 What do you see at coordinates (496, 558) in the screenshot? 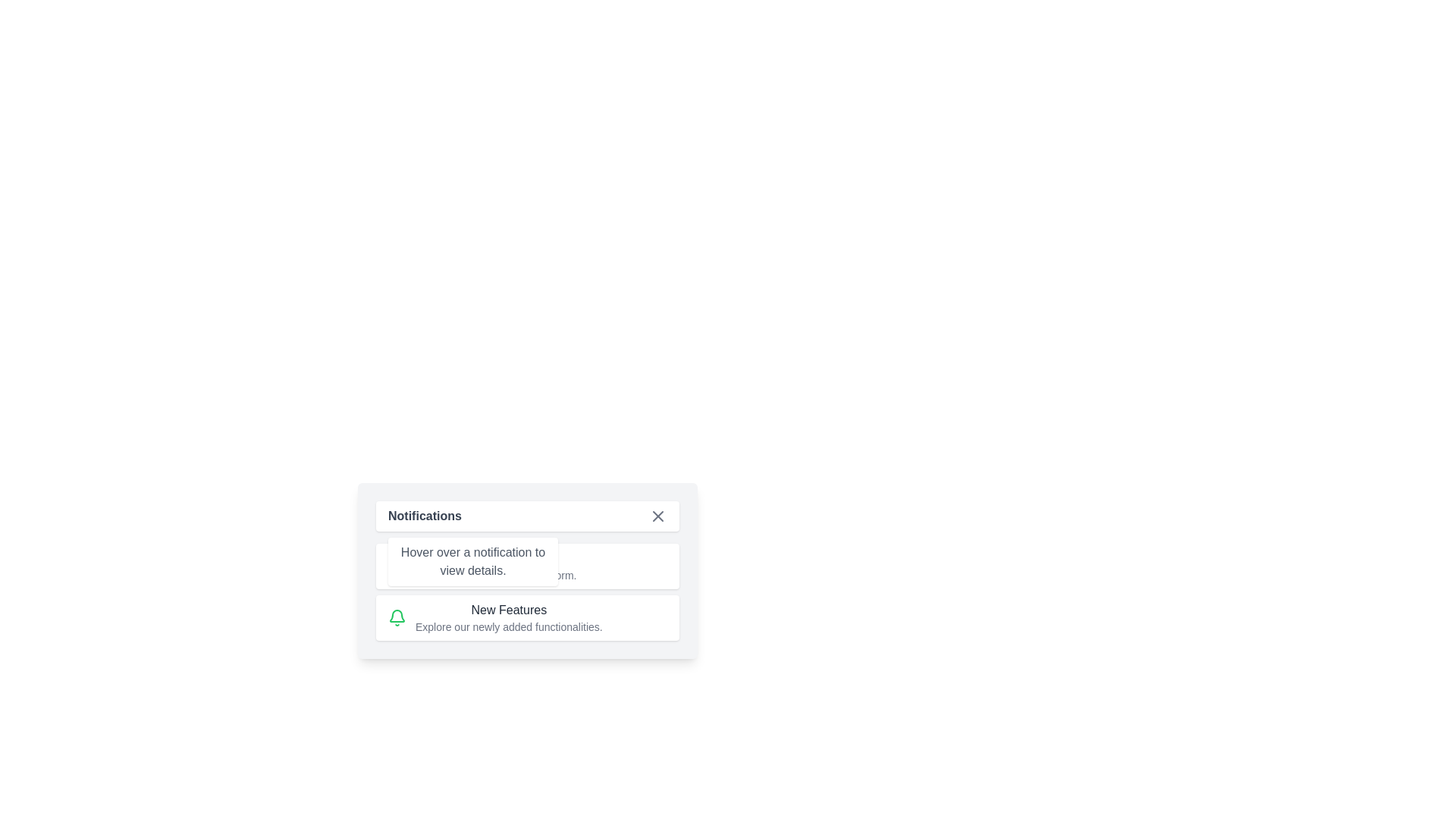
I see `the text label displaying 'Welcome!' which is styled in medium-weight font and gray color (#gray-800), located at the top section of a notification card` at bounding box center [496, 558].